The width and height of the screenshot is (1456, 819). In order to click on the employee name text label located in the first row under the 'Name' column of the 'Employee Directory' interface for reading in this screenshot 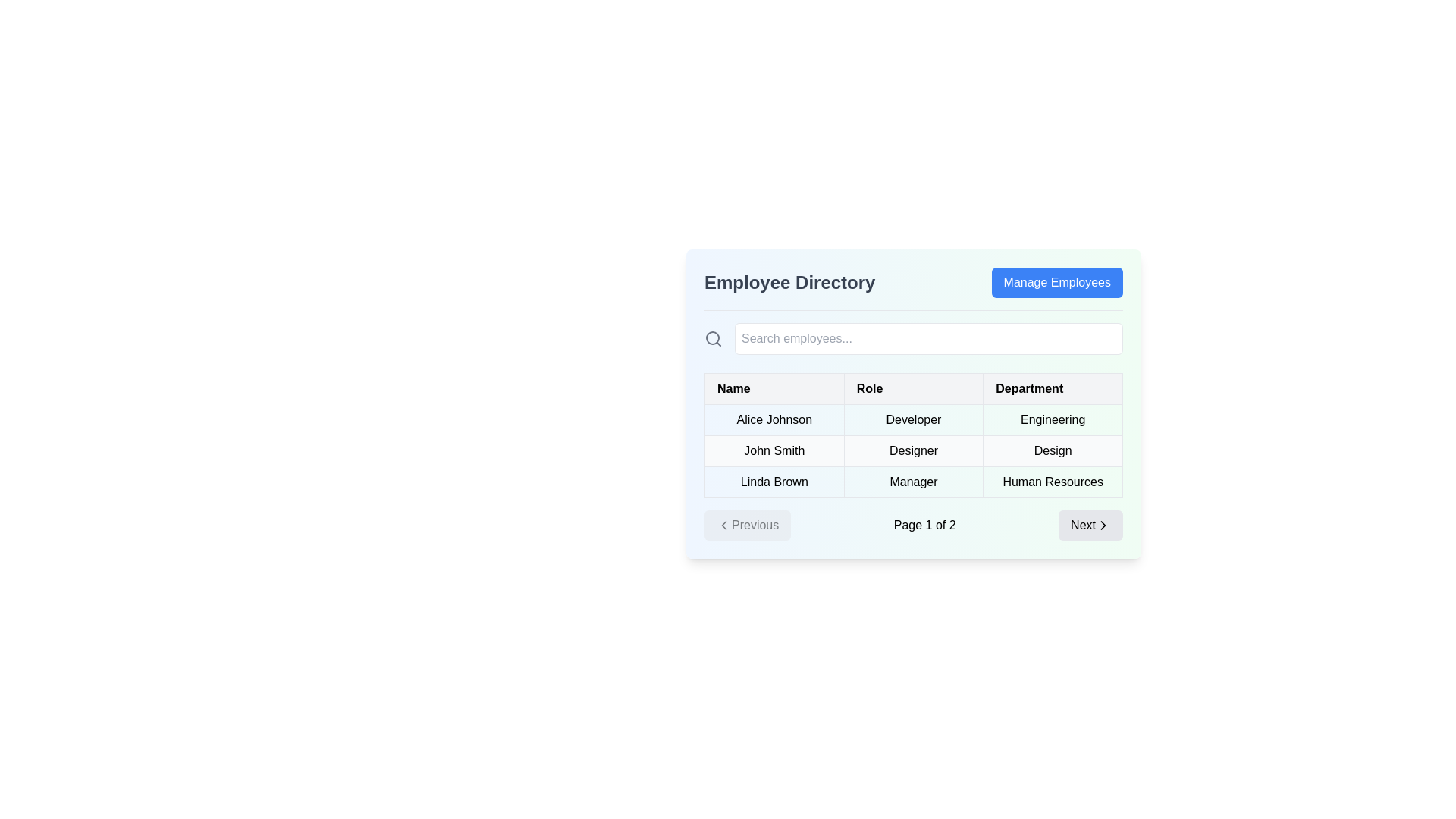, I will do `click(774, 420)`.